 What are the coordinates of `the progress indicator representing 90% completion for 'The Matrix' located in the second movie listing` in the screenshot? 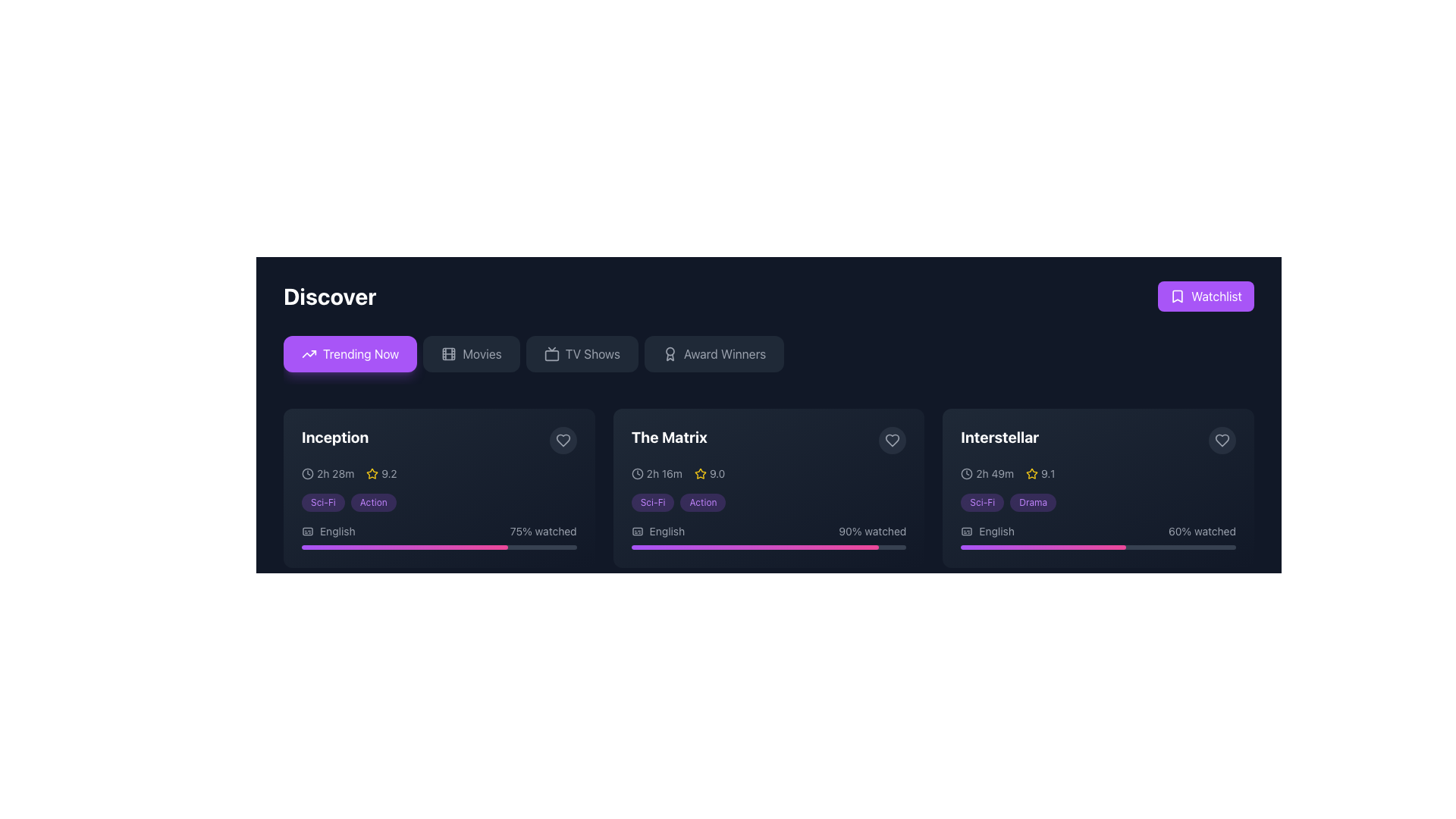 It's located at (755, 547).